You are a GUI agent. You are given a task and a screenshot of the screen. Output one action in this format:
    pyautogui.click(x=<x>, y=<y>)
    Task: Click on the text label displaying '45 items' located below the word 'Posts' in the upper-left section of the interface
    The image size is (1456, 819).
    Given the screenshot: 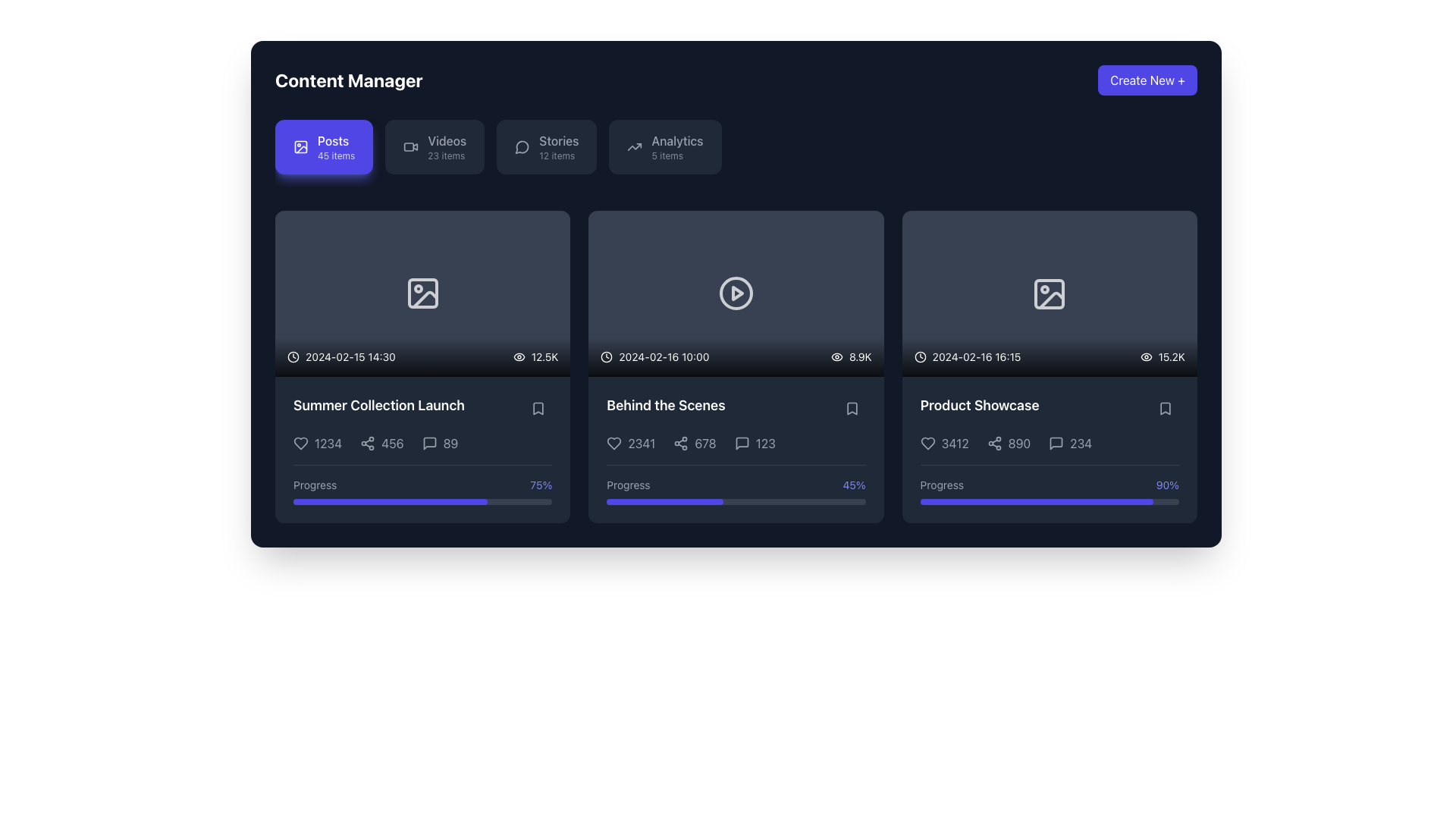 What is the action you would take?
    pyautogui.click(x=335, y=155)
    